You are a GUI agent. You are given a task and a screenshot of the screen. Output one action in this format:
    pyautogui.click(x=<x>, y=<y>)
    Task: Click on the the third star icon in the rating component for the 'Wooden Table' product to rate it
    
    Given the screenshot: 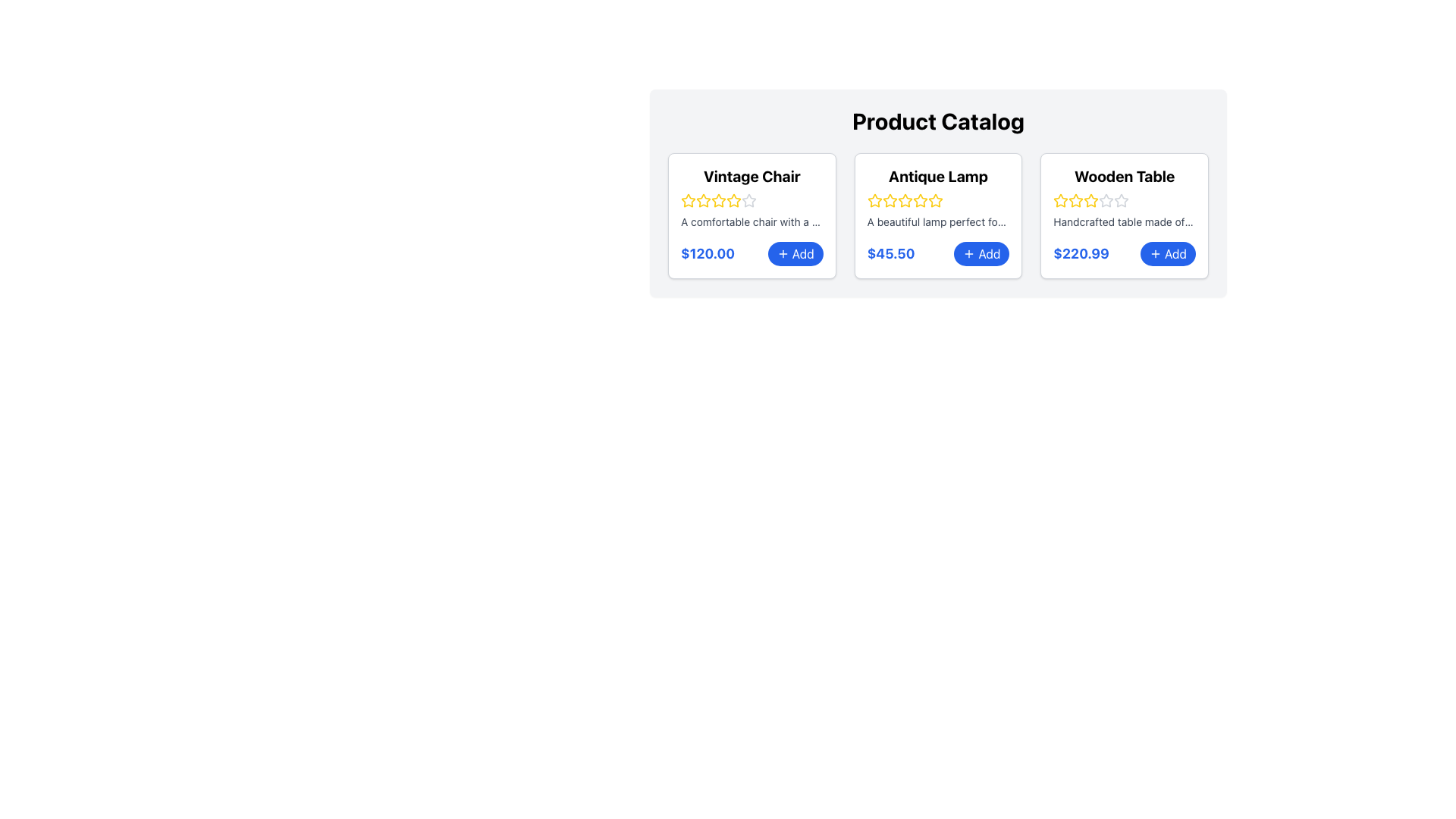 What is the action you would take?
    pyautogui.click(x=1090, y=199)
    